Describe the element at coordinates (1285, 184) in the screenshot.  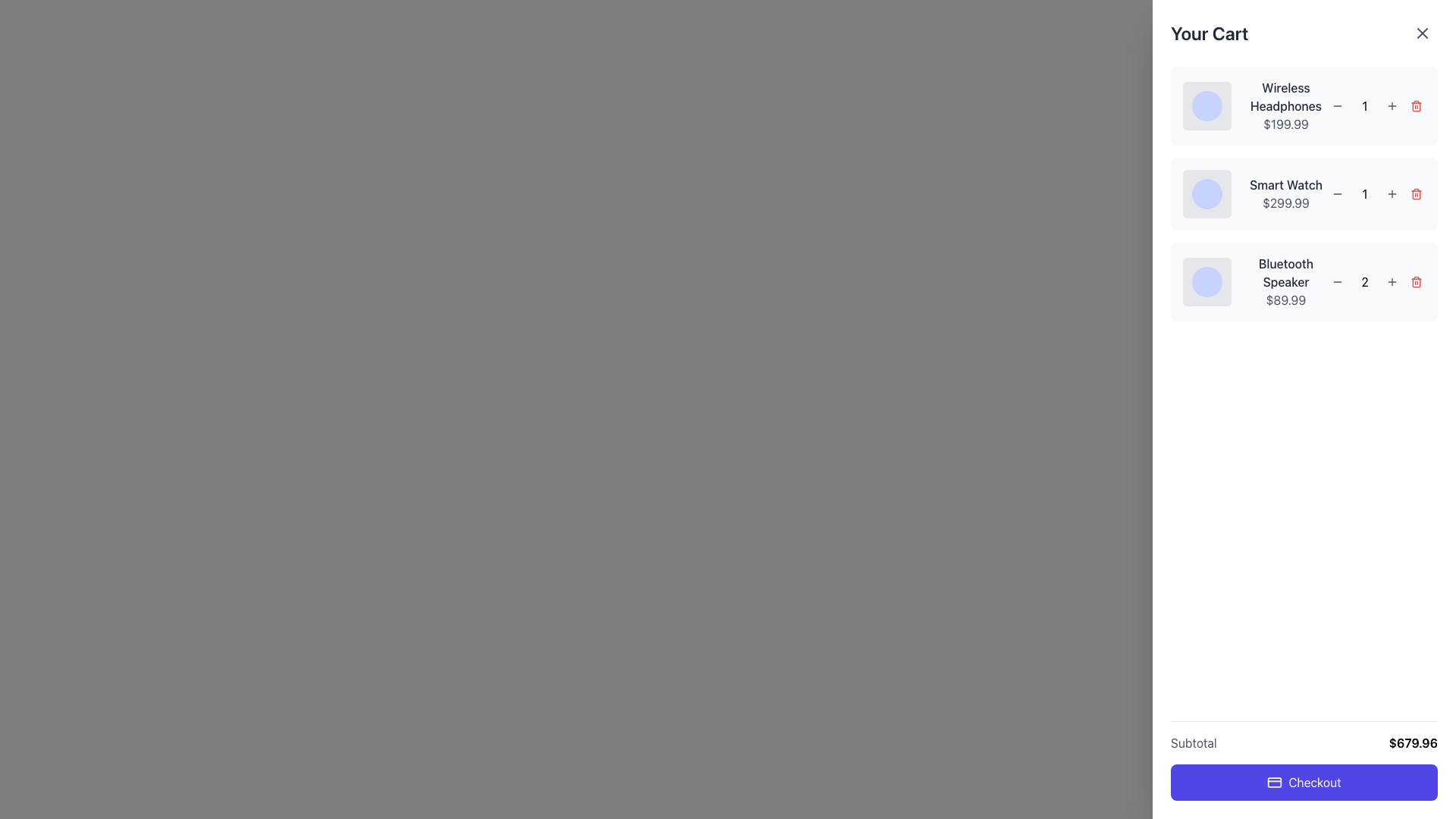
I see `the text label 'Smart Watch' which is part of the shopping cart list, positioned below 'Wireless Headphones' and above 'Bluetooth Speaker'` at that location.